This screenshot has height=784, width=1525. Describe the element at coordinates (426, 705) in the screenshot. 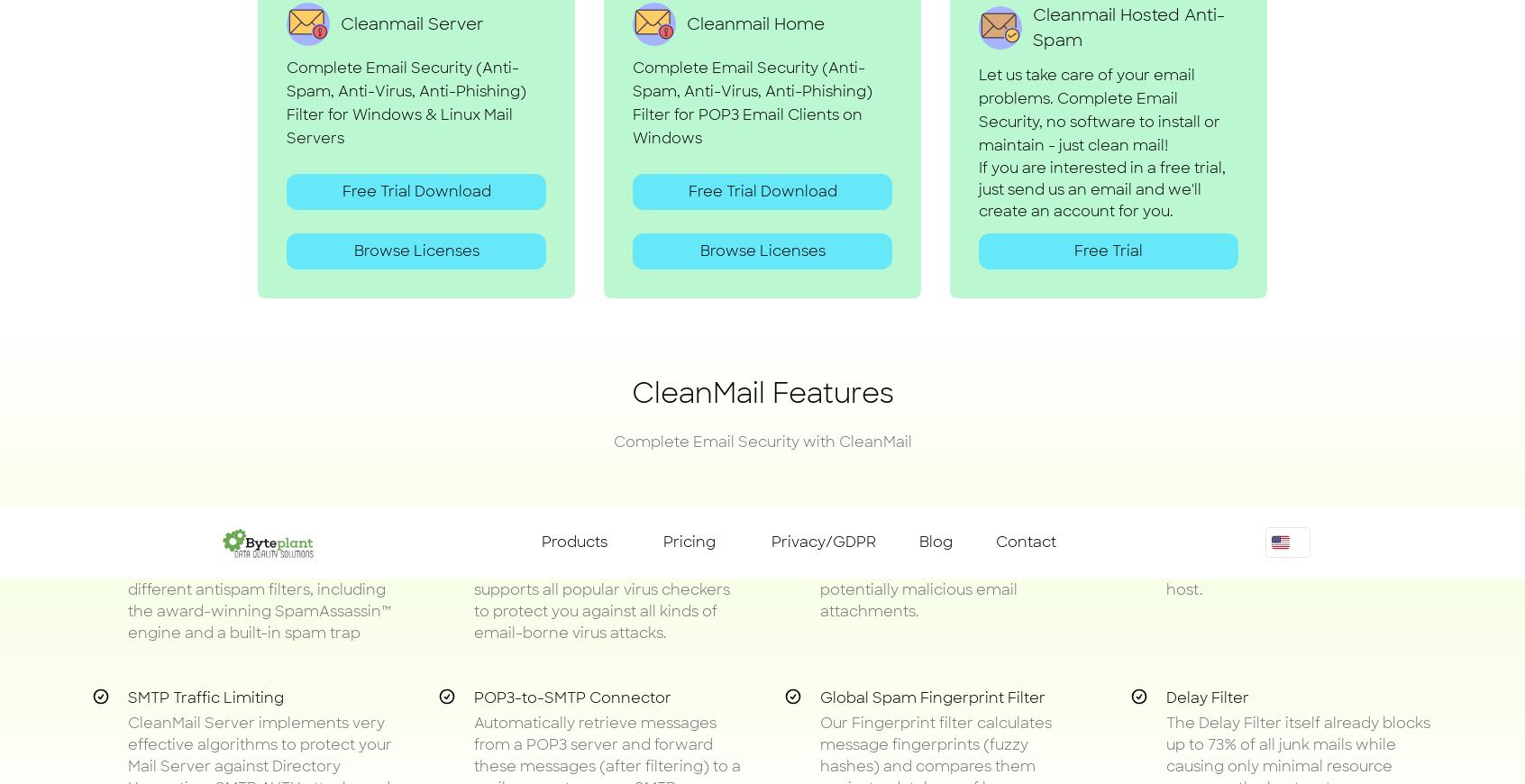

I see `'Why do I
                        seem to get email addressed to other people?'` at that location.